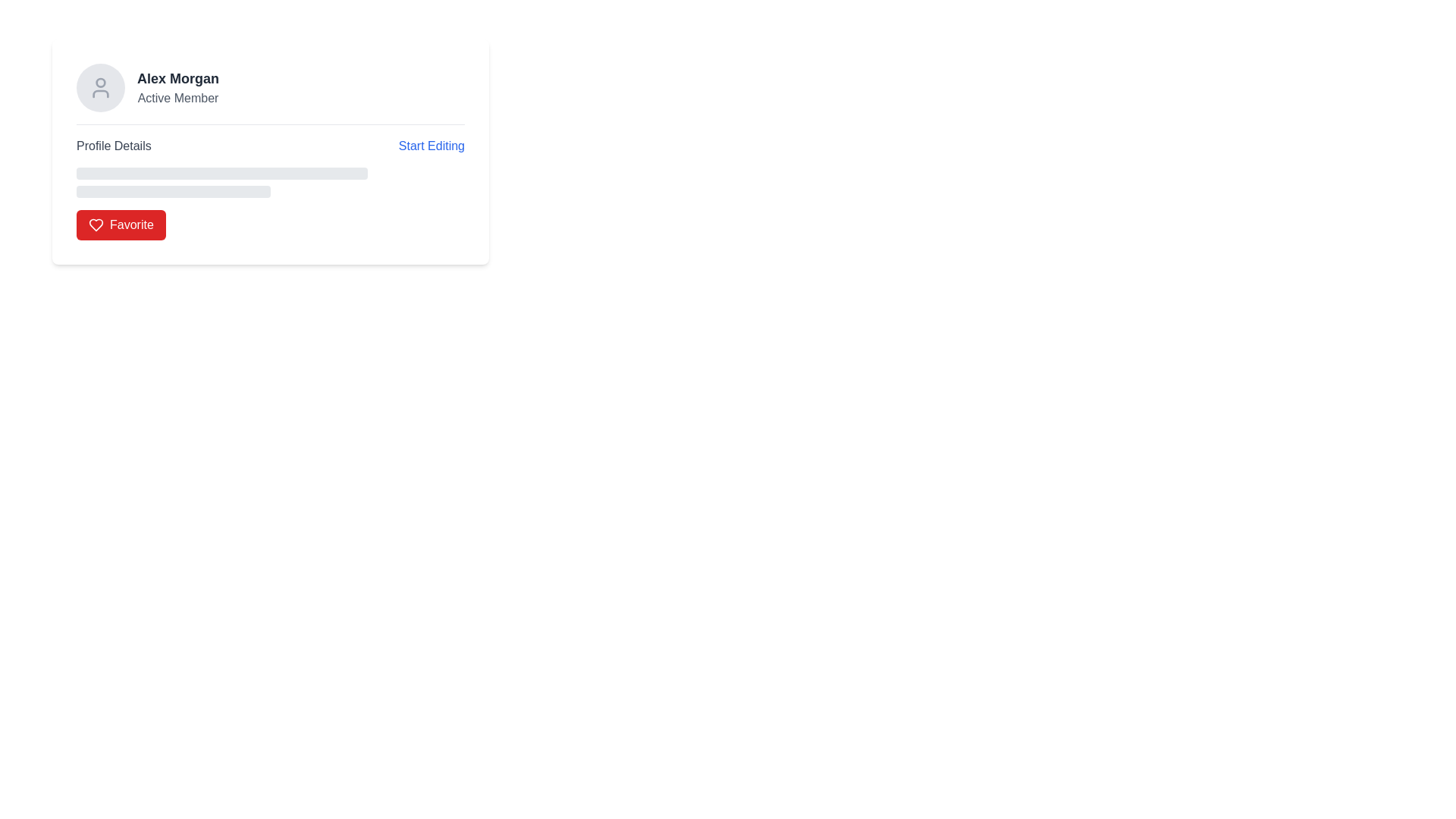 The width and height of the screenshot is (1456, 819). Describe the element at coordinates (174, 191) in the screenshot. I see `the visual placeholder (skeleton loader) which is a horizontal gray bar with rounded corners, located below a wider bar in a vertically stacked group` at that location.